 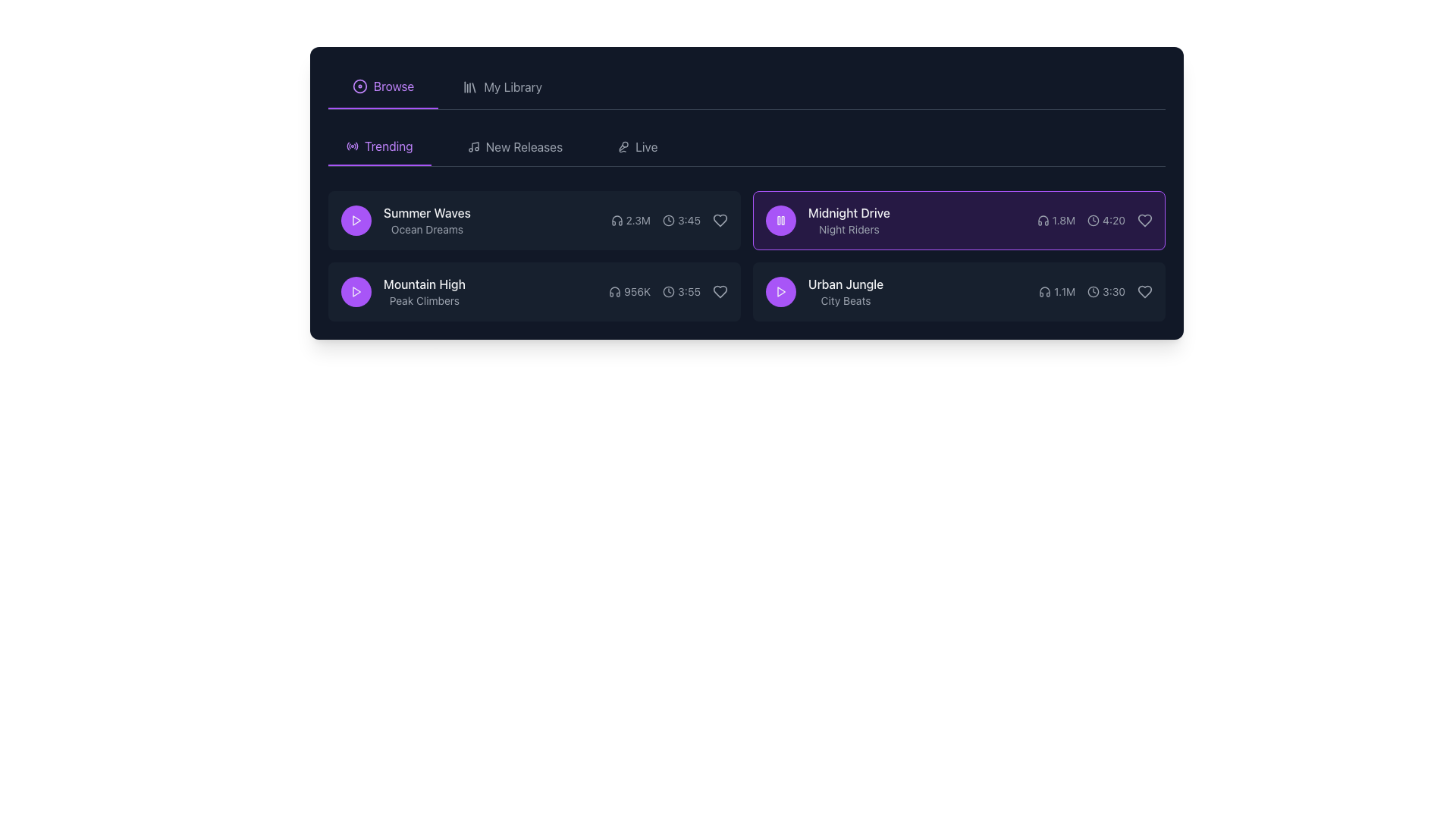 What do you see at coordinates (424, 292) in the screenshot?
I see `text content of the label displaying 'Mountain High' and 'Peak Climbers' located in the second row of the playlist, to the right of the circular purple play button` at bounding box center [424, 292].